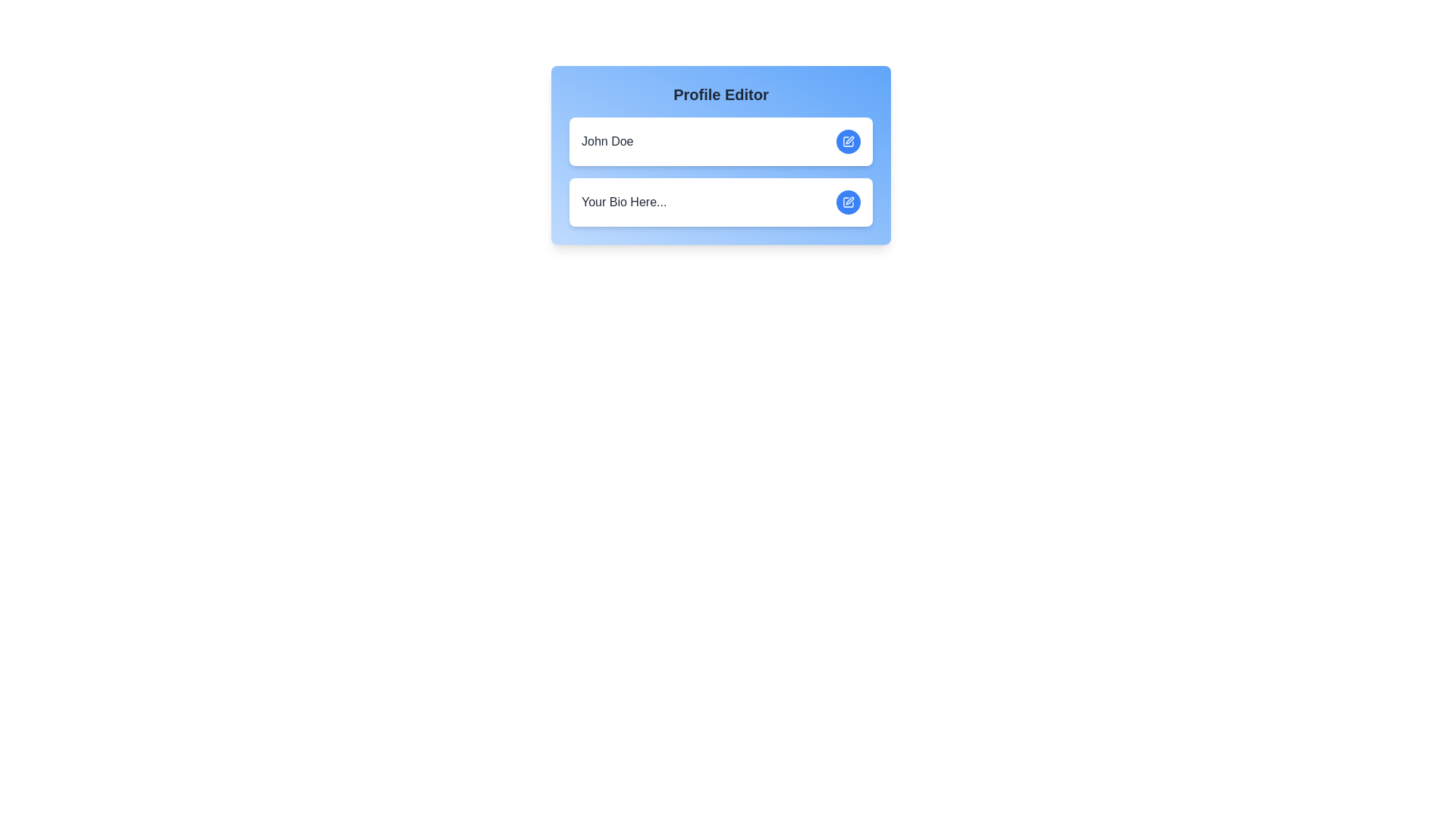 The height and width of the screenshot is (819, 1456). What do you see at coordinates (847, 141) in the screenshot?
I see `the edit button located to the right of the 'John Doe' input field in the Profile Editor interface` at bounding box center [847, 141].